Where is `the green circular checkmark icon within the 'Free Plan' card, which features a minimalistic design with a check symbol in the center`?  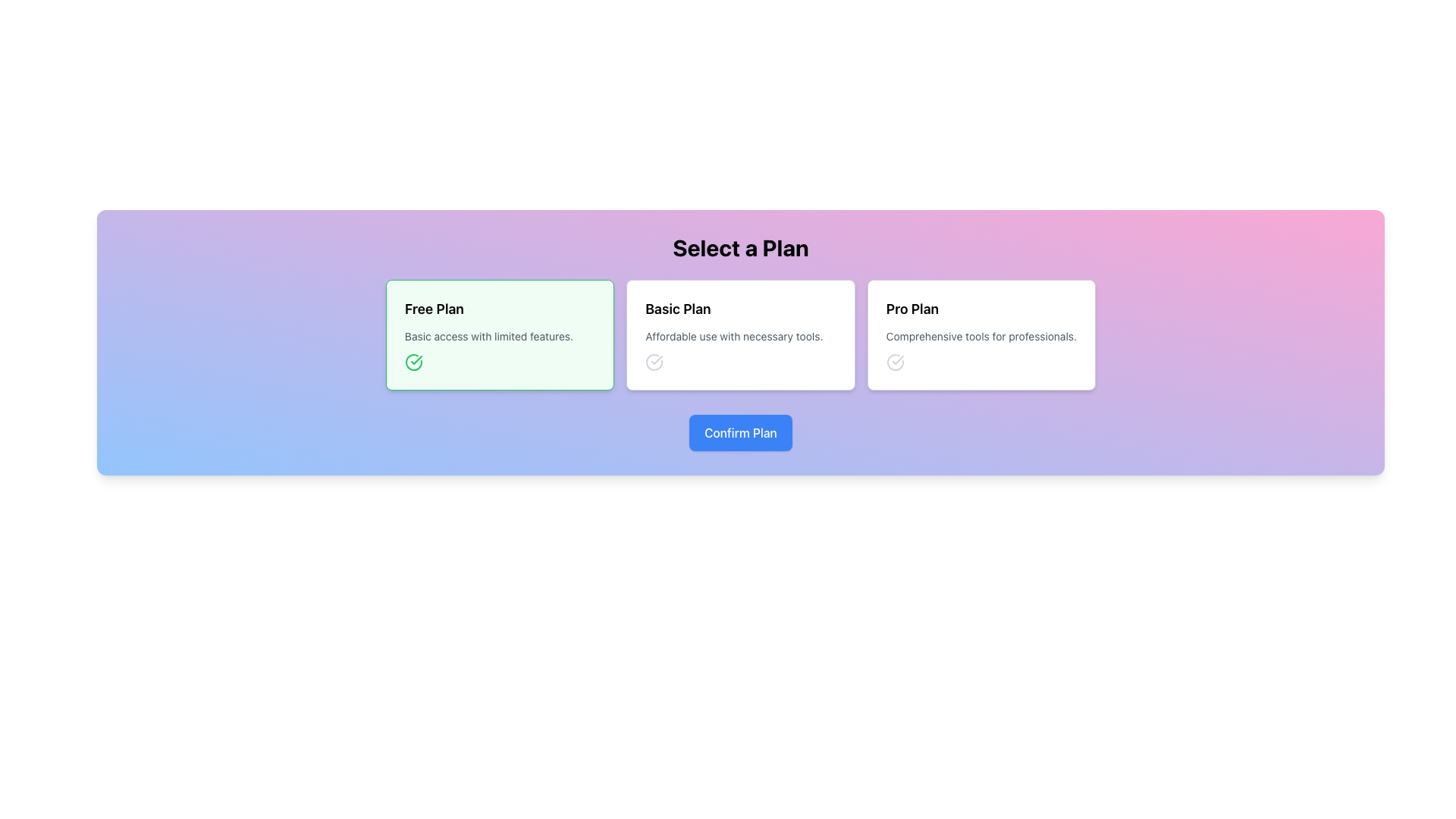
the green circular checkmark icon within the 'Free Plan' card, which features a minimalistic design with a check symbol in the center is located at coordinates (413, 362).